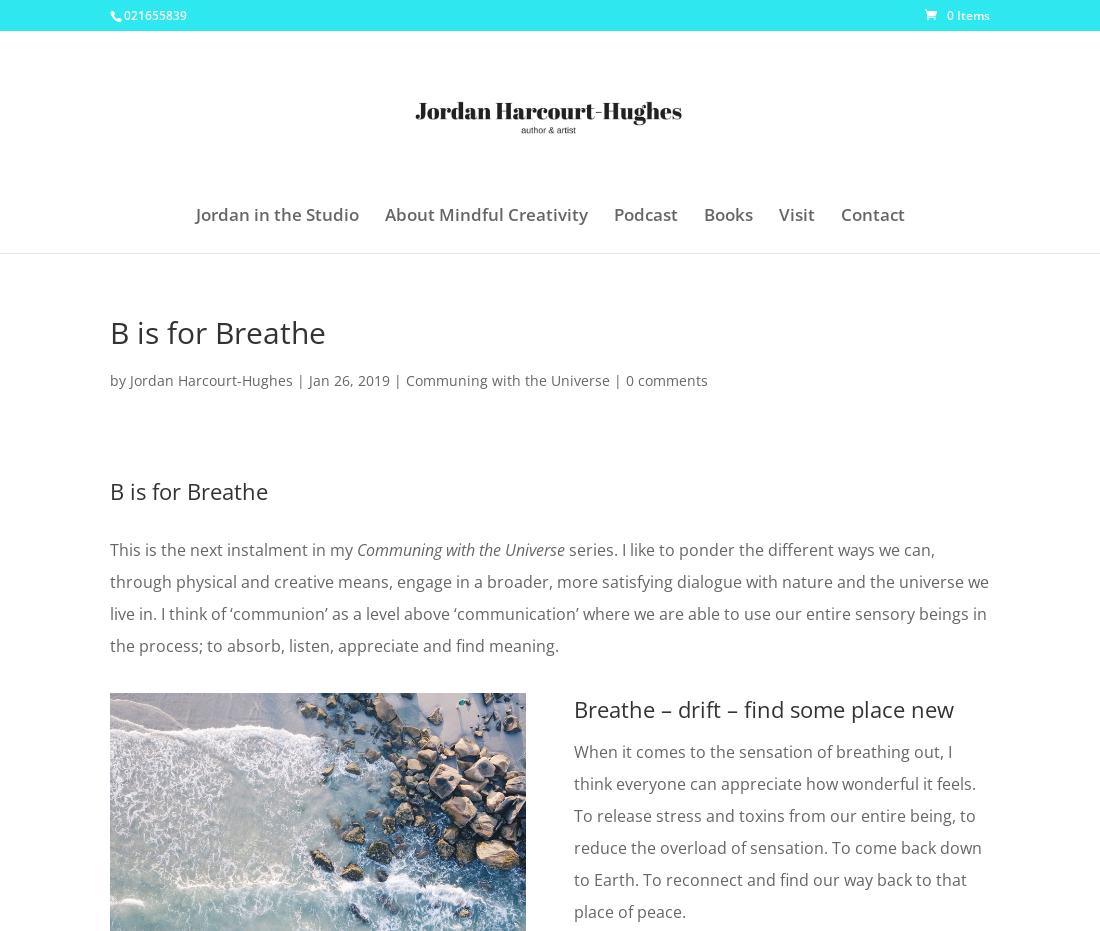 The height and width of the screenshot is (931, 1100). I want to click on '021655839', so click(154, 14).